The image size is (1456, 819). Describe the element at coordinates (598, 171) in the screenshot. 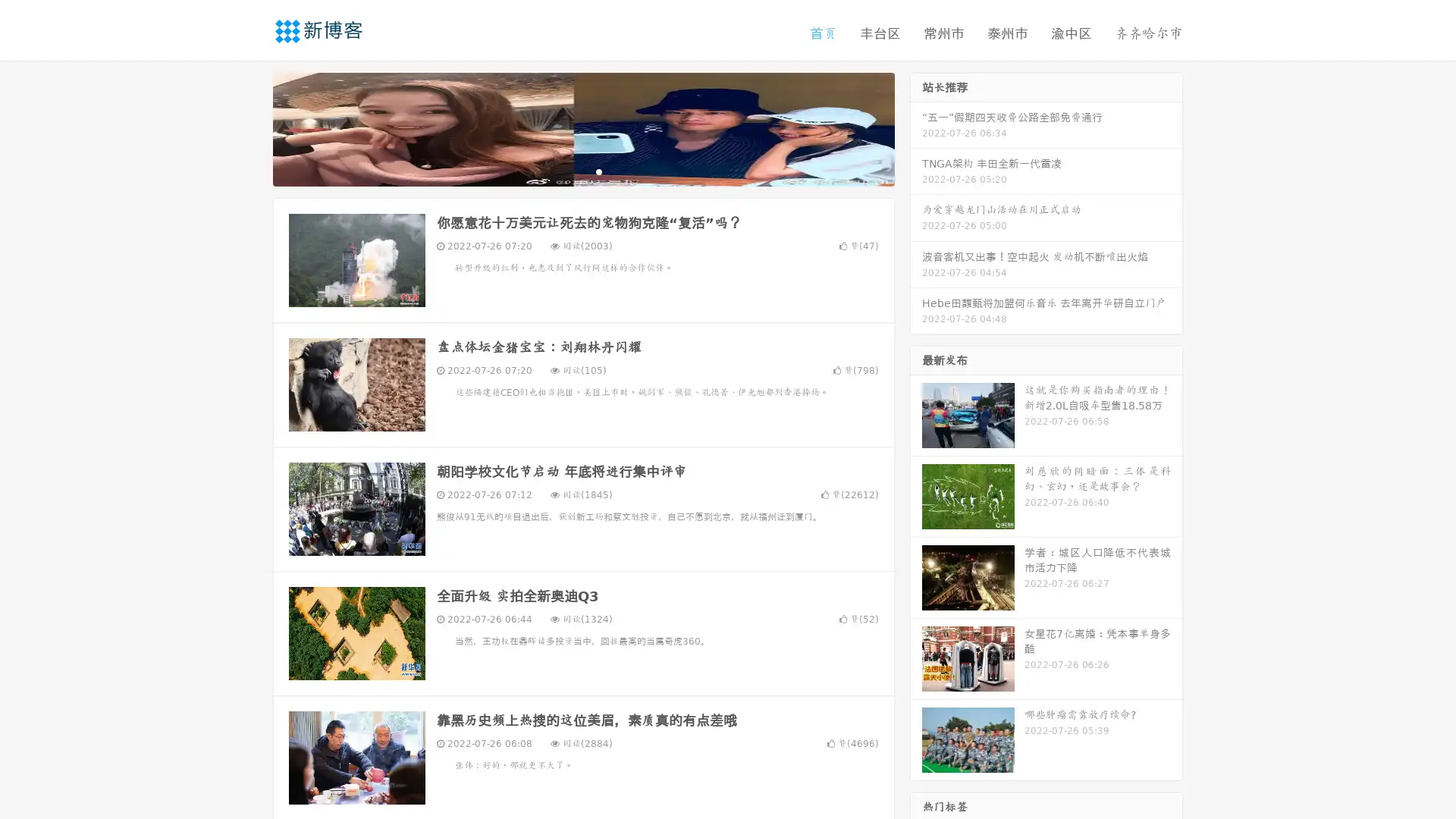

I see `Go to slide 3` at that location.